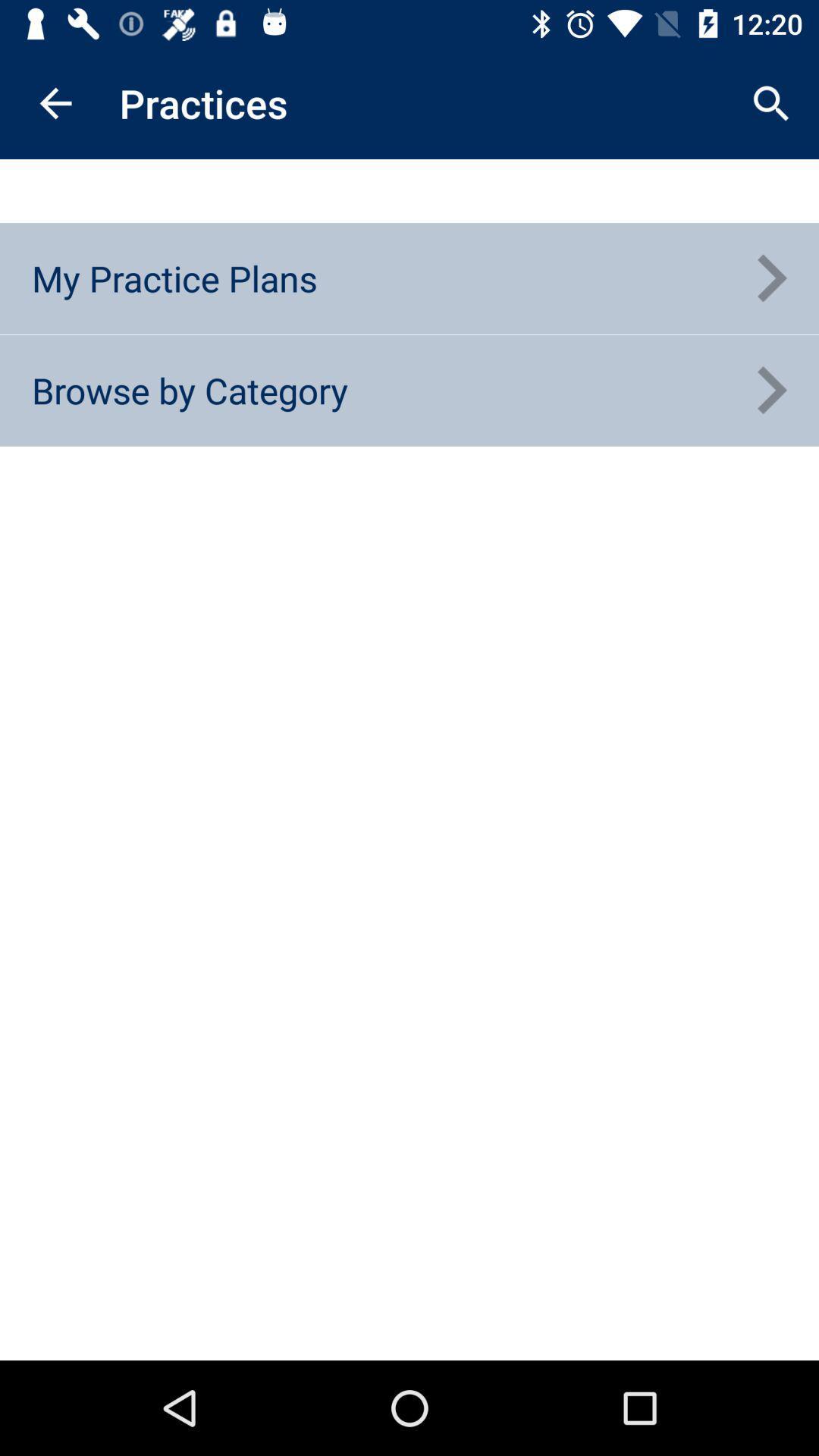 This screenshot has height=1456, width=819. What do you see at coordinates (771, 391) in the screenshot?
I see `icon to the right of browse by category item` at bounding box center [771, 391].